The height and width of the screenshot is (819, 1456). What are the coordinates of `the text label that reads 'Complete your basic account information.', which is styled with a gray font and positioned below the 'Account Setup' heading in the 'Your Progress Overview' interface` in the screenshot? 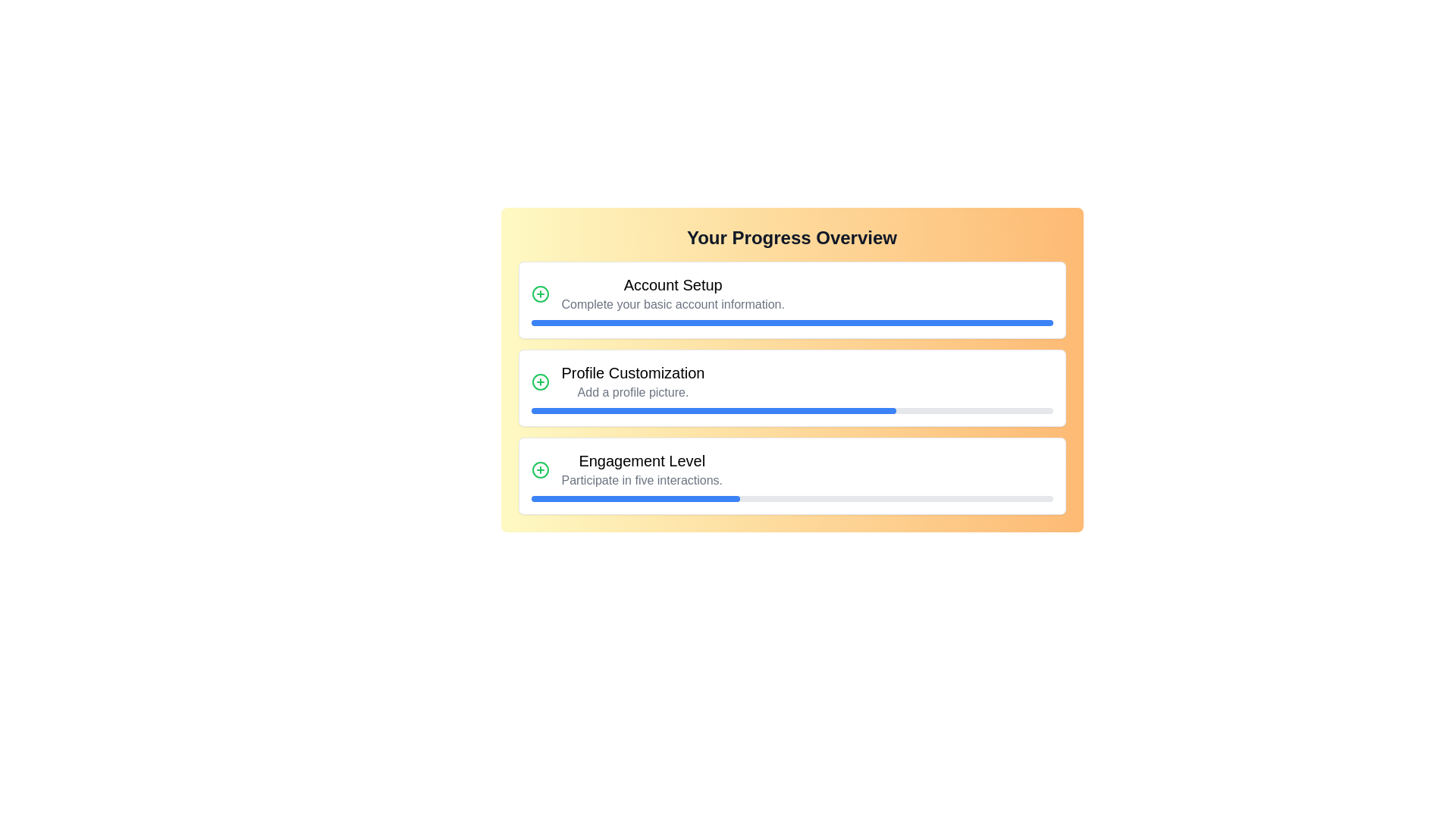 It's located at (672, 304).